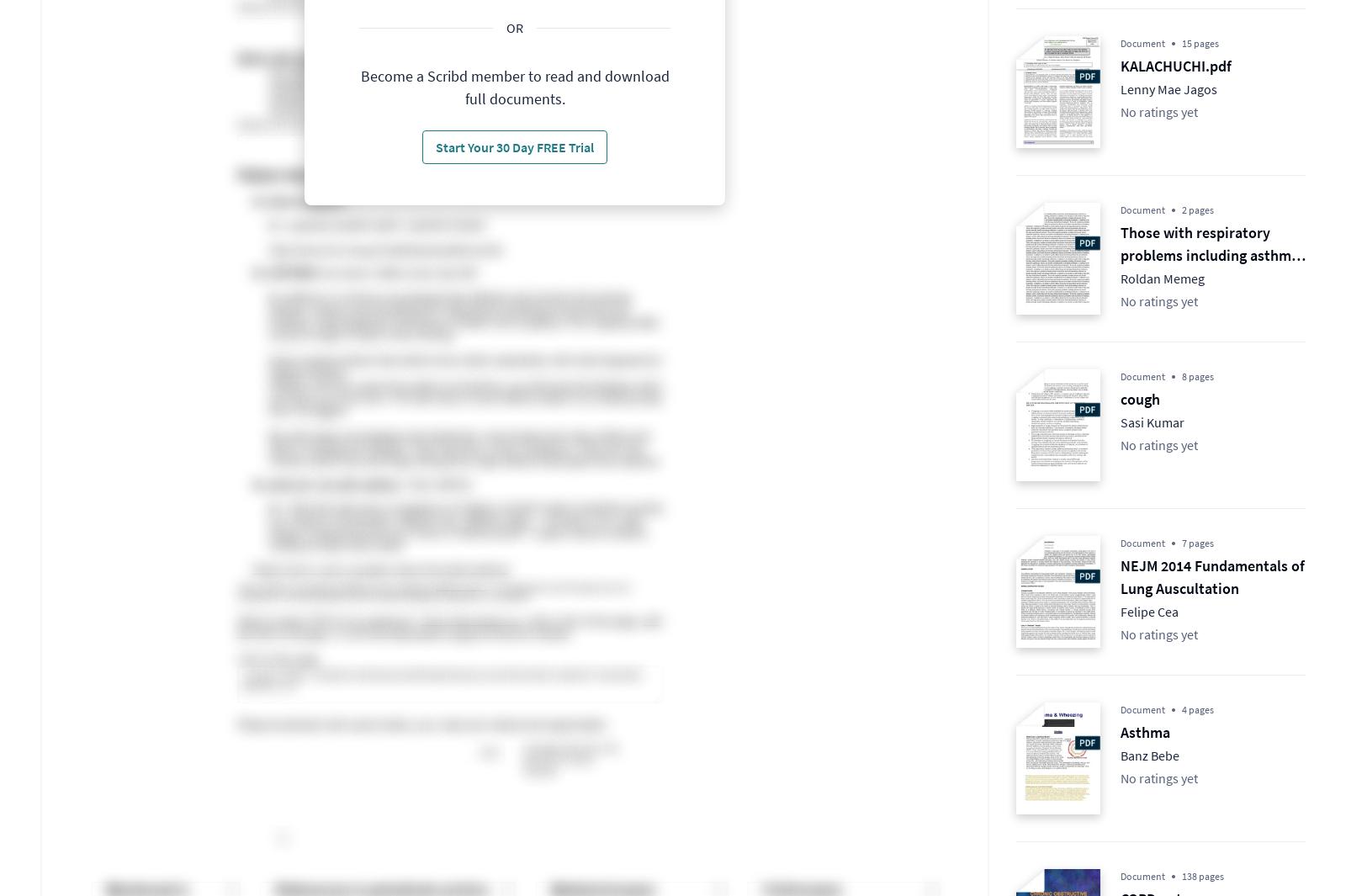 This screenshot has height=896, width=1346. What do you see at coordinates (1168, 87) in the screenshot?
I see `'Lenny Mae Jagos'` at bounding box center [1168, 87].